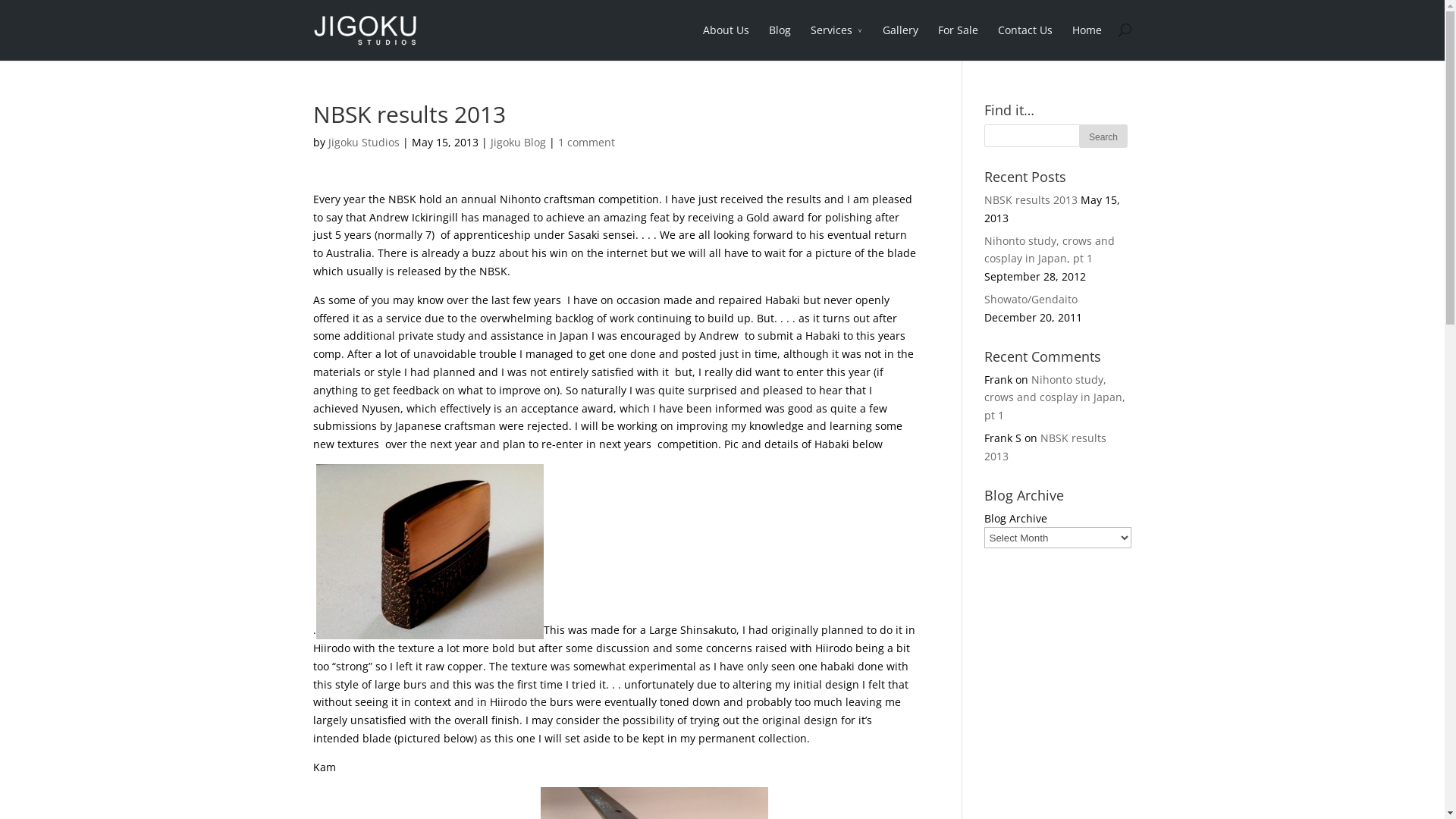  What do you see at coordinates (1031, 199) in the screenshot?
I see `'NBSK results 2013'` at bounding box center [1031, 199].